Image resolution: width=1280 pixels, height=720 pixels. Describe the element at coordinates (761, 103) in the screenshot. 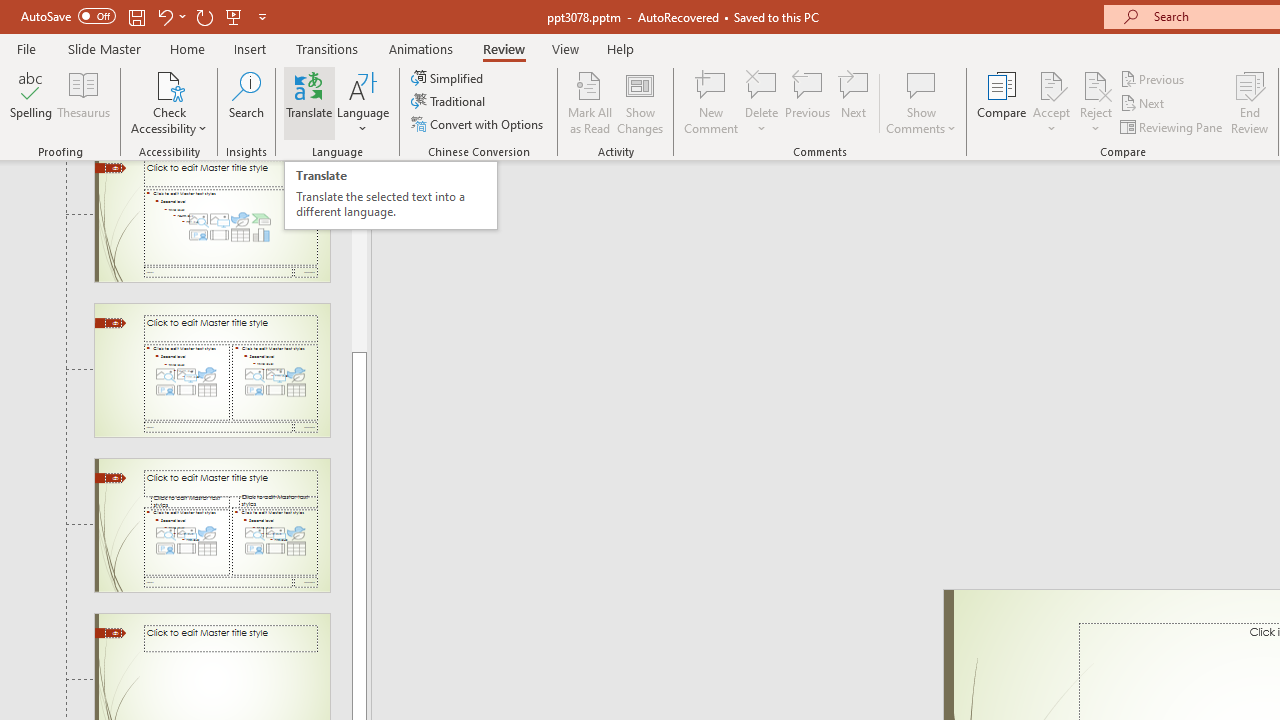

I see `'Delete'` at that location.